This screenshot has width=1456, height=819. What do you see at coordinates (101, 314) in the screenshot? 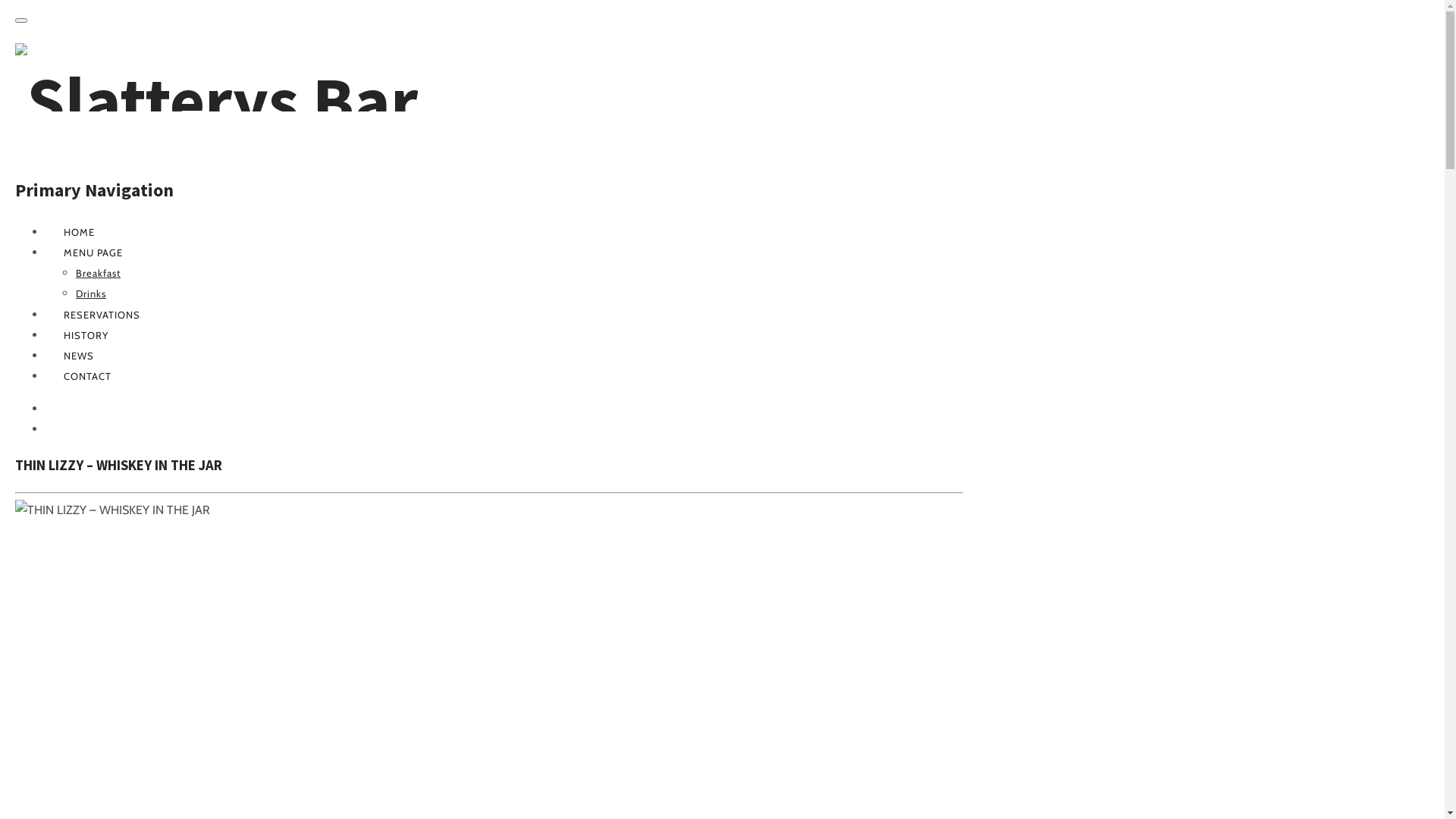
I see `'RESERVATIONS'` at bounding box center [101, 314].